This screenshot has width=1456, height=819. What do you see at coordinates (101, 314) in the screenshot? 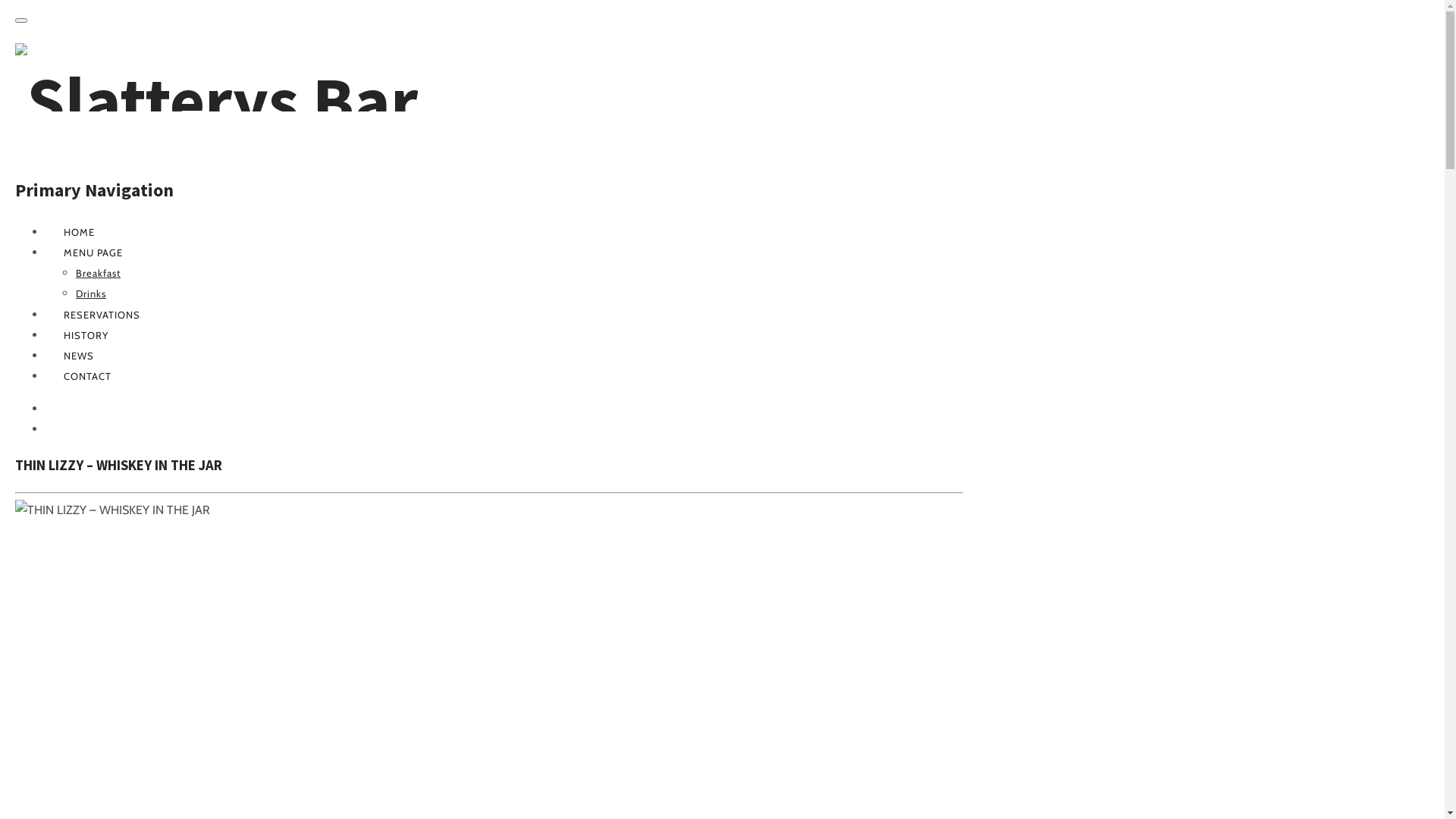
I see `'RESERVATIONS'` at bounding box center [101, 314].